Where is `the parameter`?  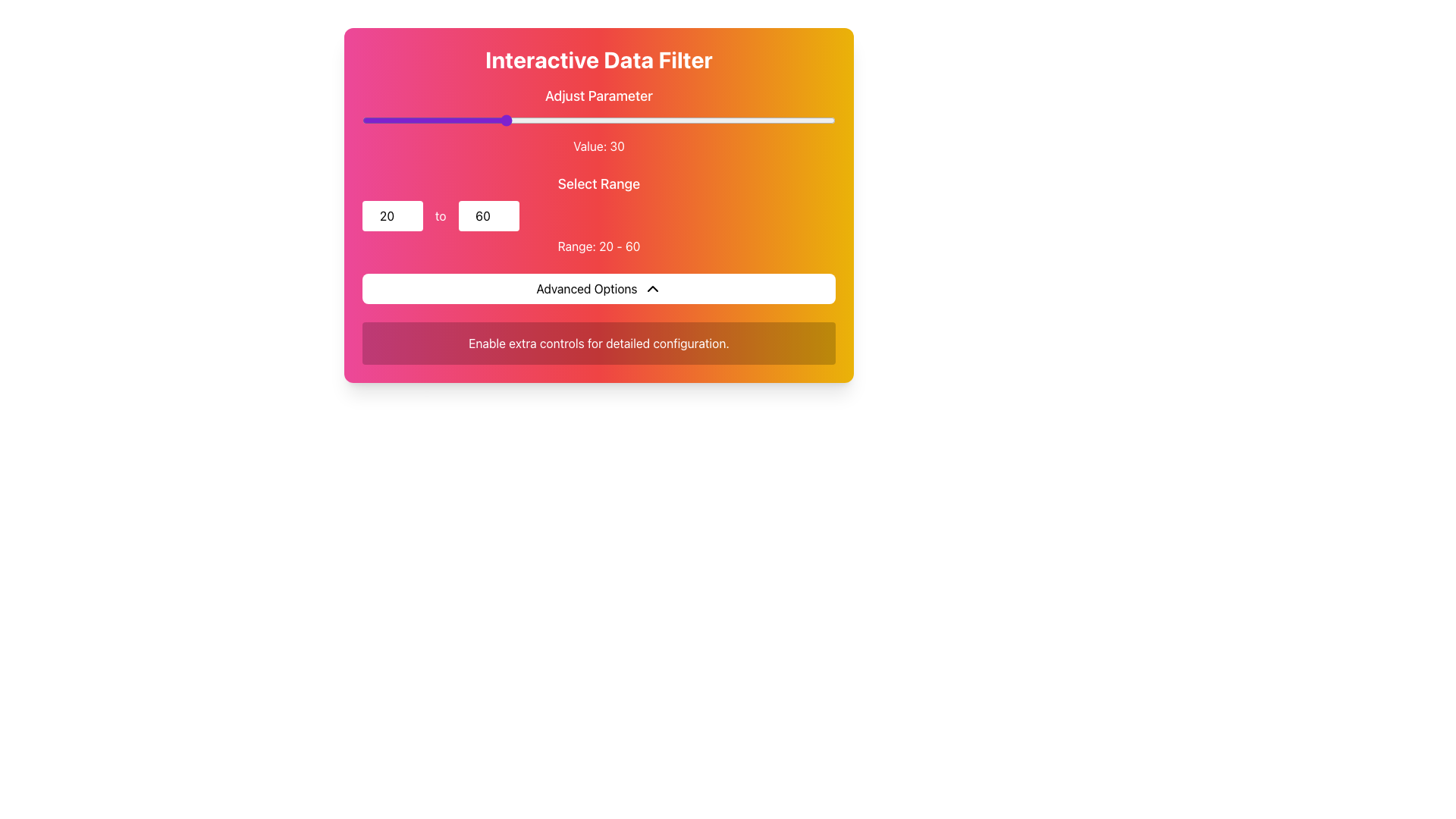 the parameter is located at coordinates (593, 119).